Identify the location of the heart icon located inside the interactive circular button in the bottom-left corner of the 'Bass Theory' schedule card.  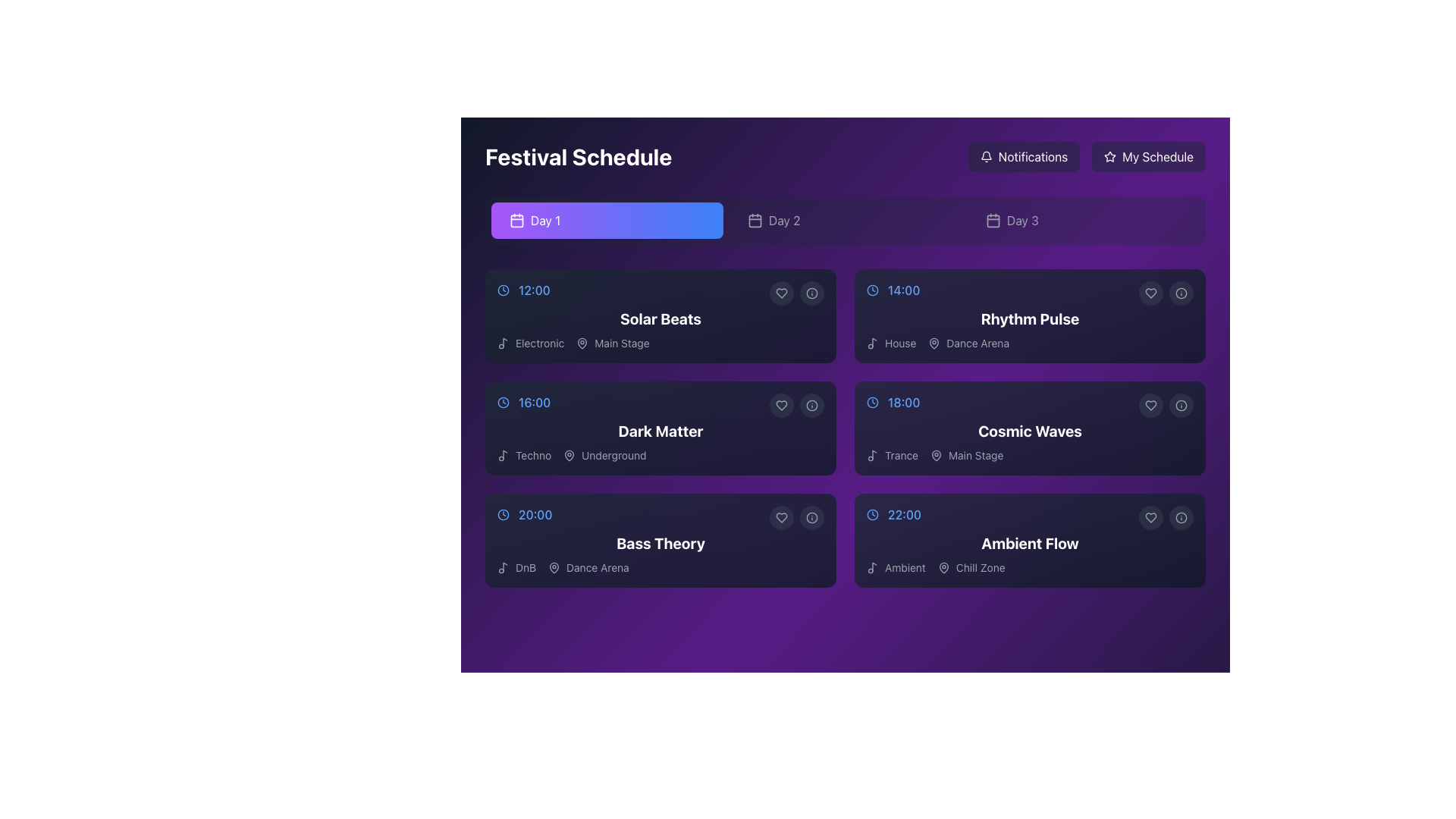
(782, 516).